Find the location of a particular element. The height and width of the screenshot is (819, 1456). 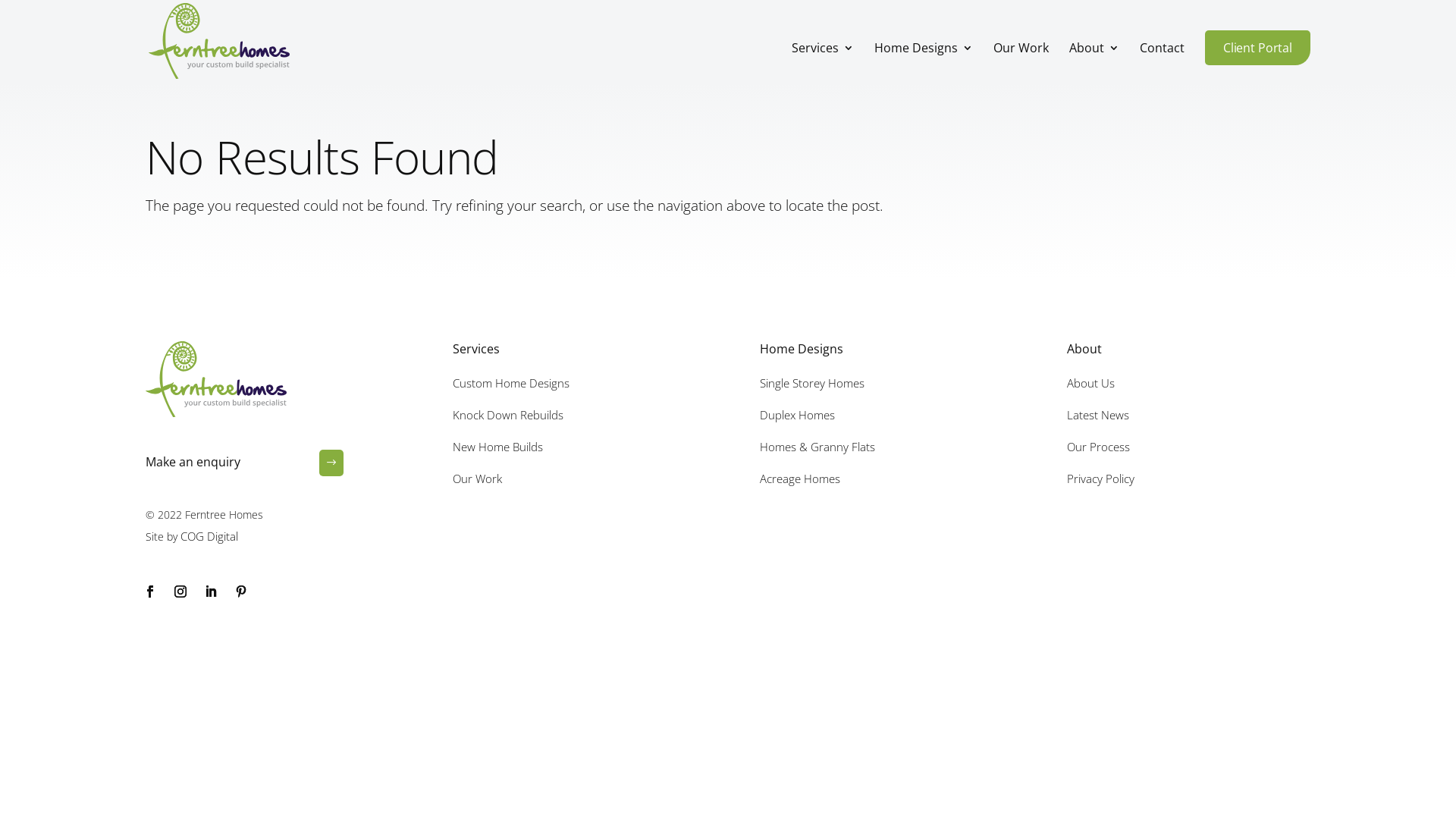

'Duplex Homes' is located at coordinates (796, 415).